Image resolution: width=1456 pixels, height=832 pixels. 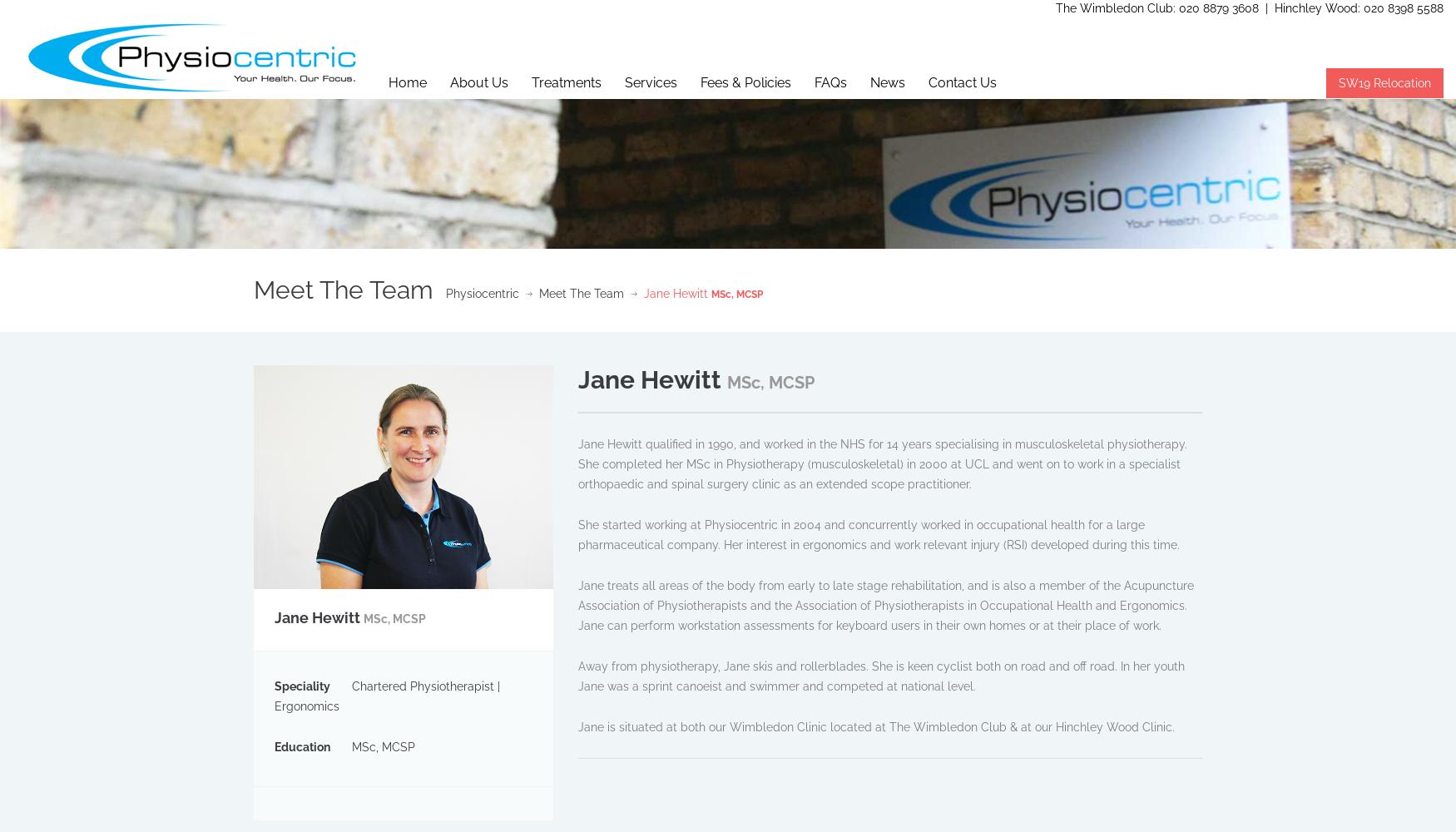 I want to click on 'Contact Us', so click(x=961, y=82).